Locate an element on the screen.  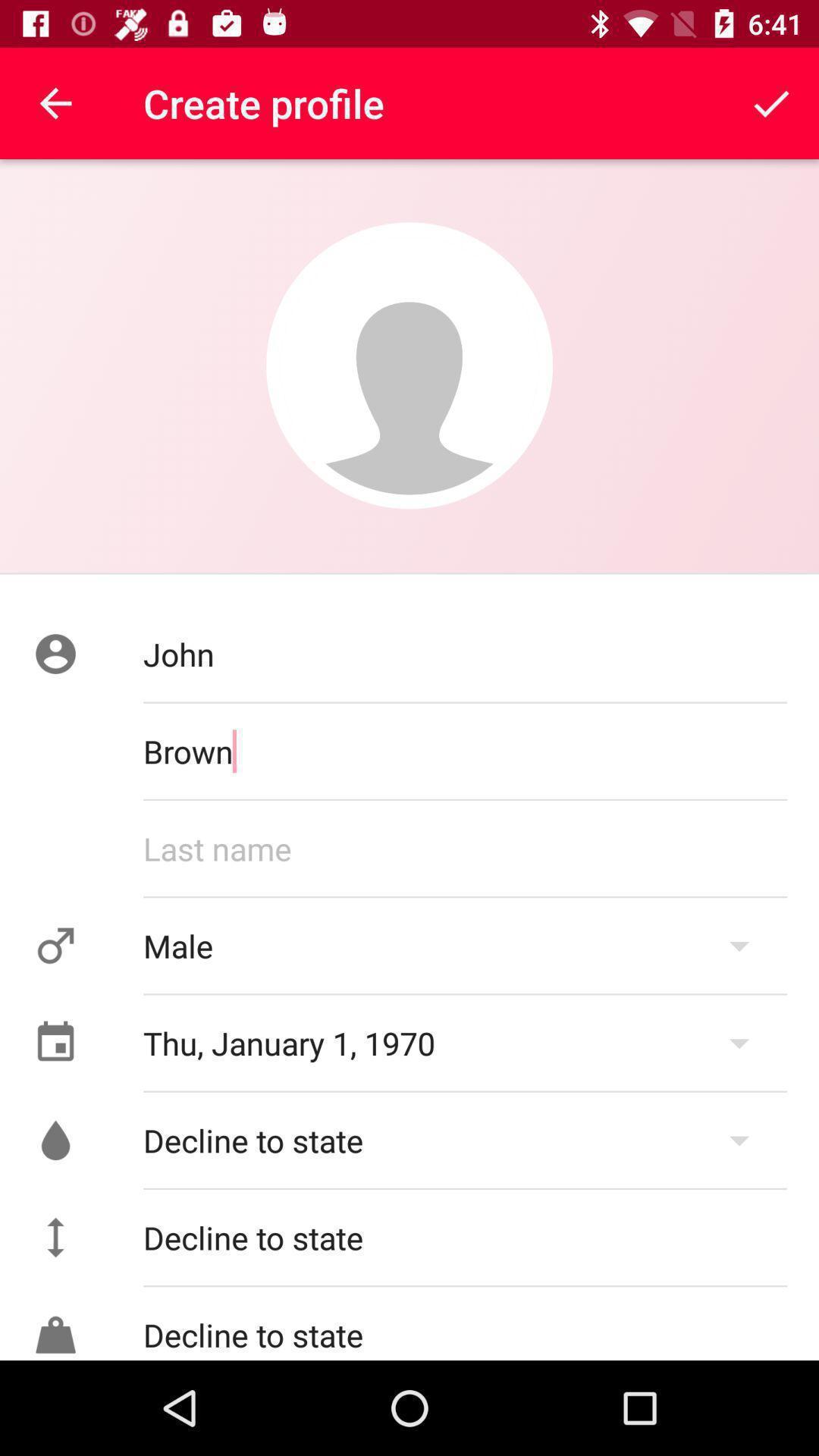
type last name in the textbox is located at coordinates (464, 847).